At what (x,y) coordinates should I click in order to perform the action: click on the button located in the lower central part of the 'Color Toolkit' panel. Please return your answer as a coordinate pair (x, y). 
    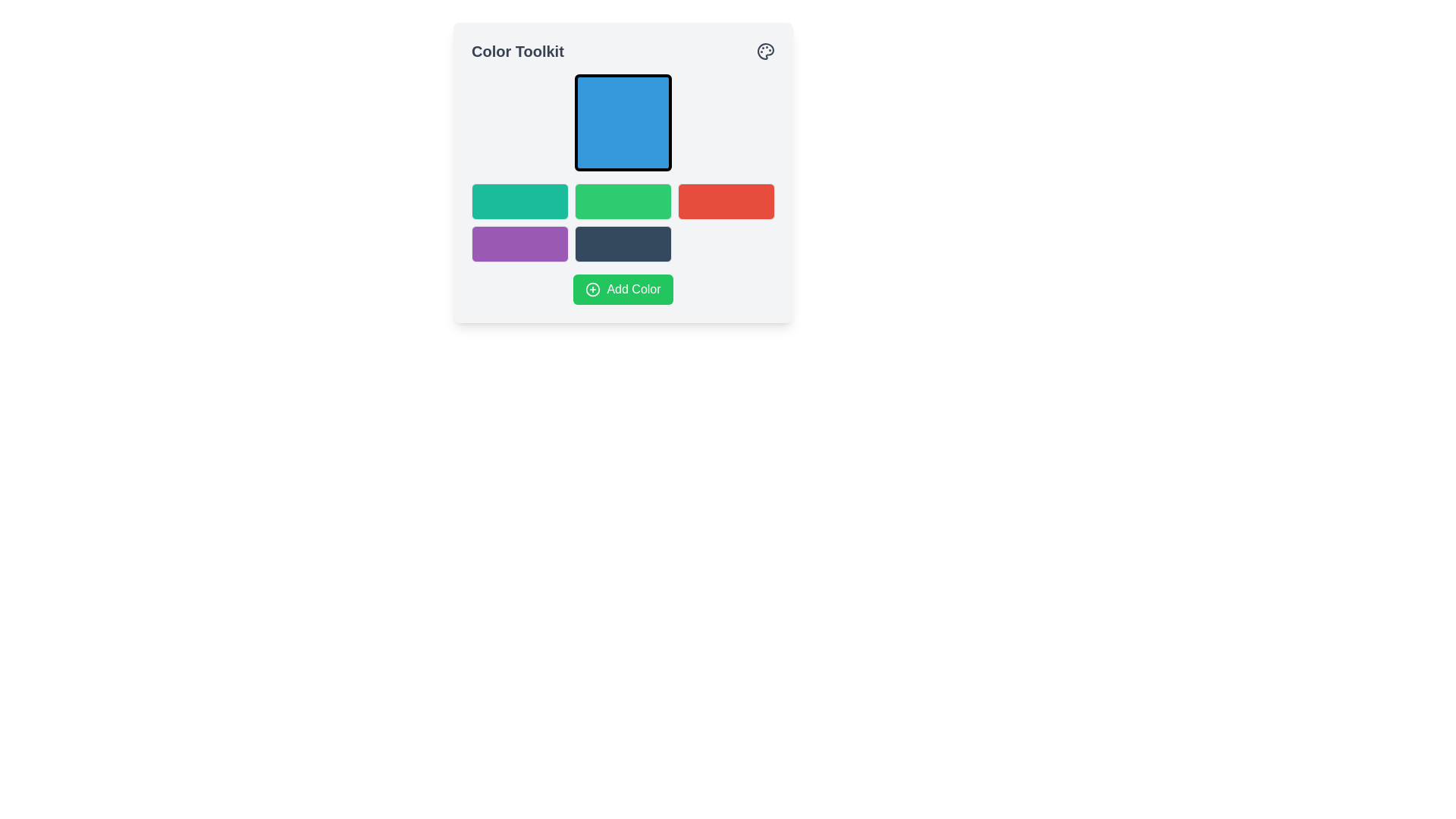
    Looking at the image, I should click on (623, 289).